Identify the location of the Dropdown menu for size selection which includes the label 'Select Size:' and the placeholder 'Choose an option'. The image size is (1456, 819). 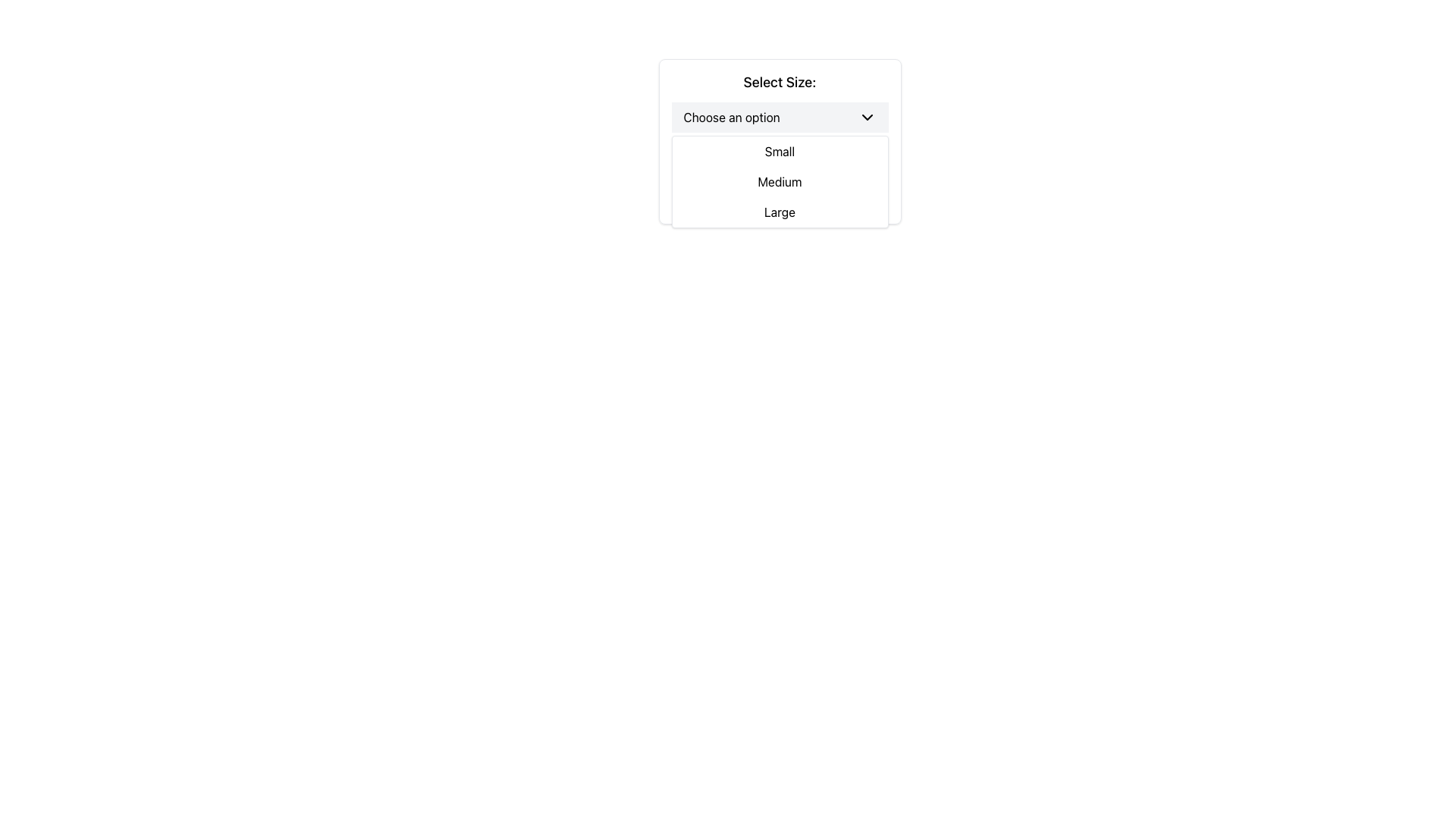
(780, 141).